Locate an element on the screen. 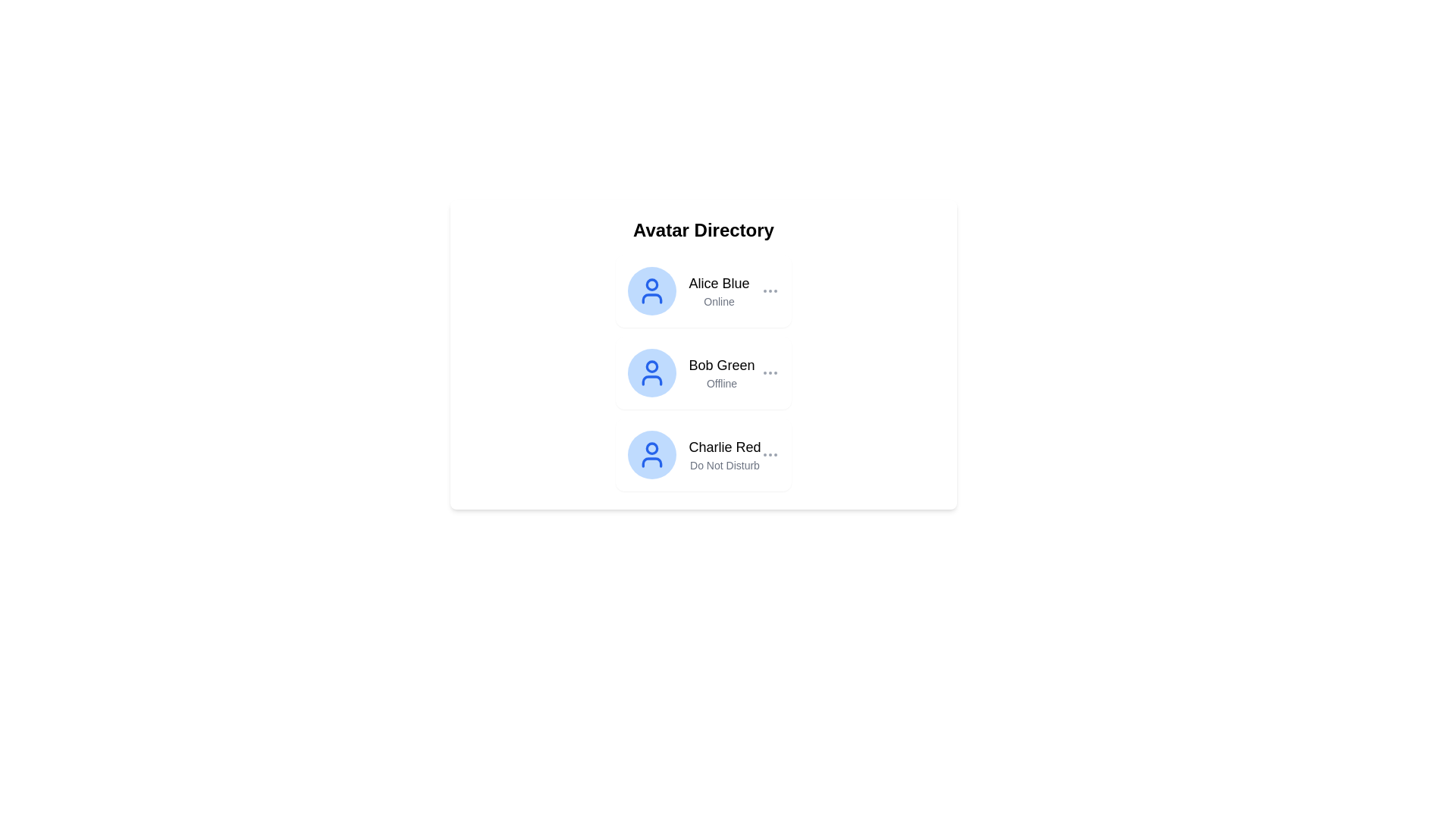  the vertical ellipsis icon button is located at coordinates (770, 373).